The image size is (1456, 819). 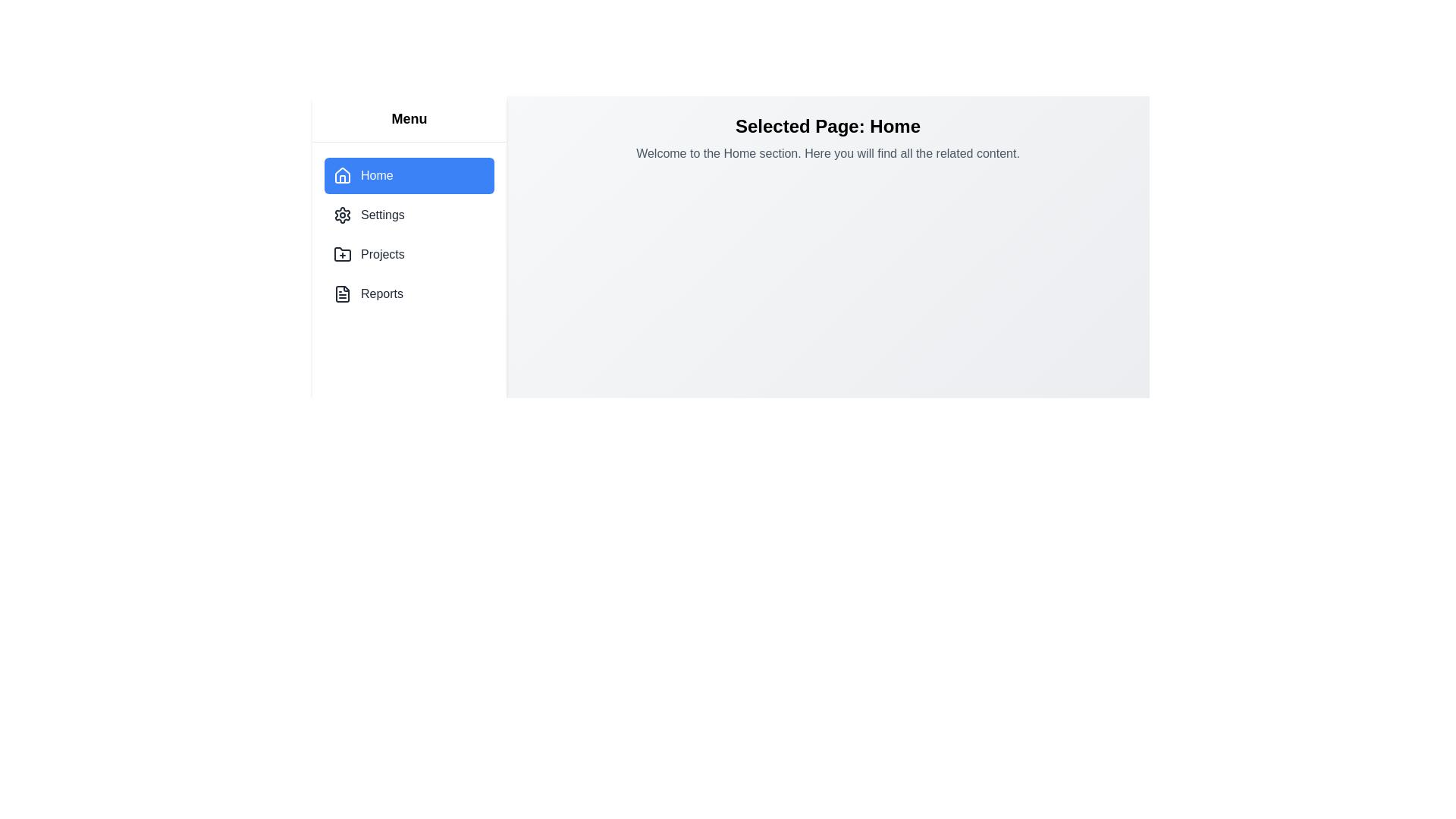 I want to click on the 'Projects' text label located in the side menu, so click(x=382, y=253).